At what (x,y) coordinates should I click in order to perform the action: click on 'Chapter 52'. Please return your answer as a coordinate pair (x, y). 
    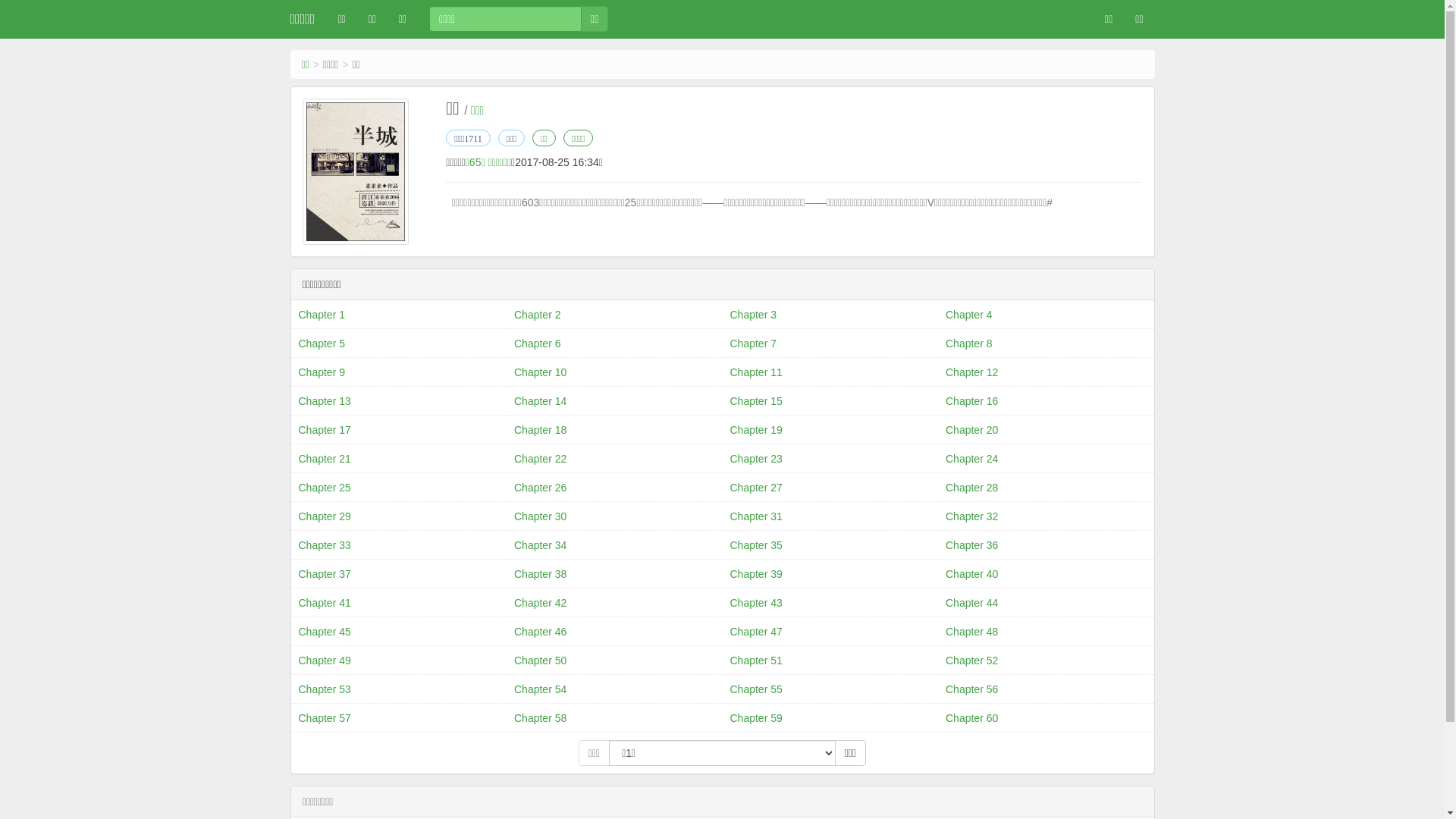
    Looking at the image, I should click on (1045, 660).